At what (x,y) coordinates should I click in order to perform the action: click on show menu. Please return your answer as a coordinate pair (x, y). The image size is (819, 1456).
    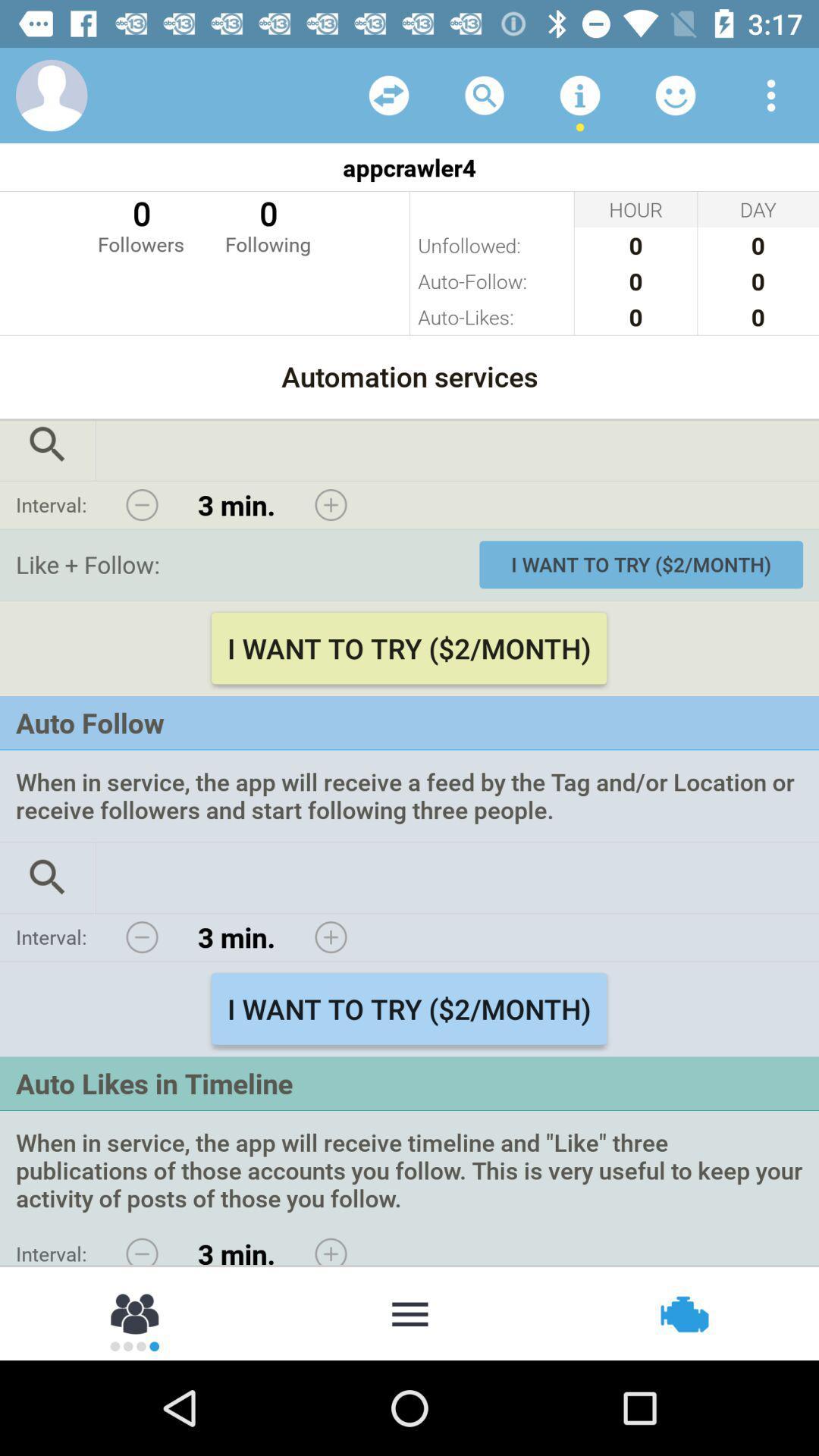
    Looking at the image, I should click on (409, 1312).